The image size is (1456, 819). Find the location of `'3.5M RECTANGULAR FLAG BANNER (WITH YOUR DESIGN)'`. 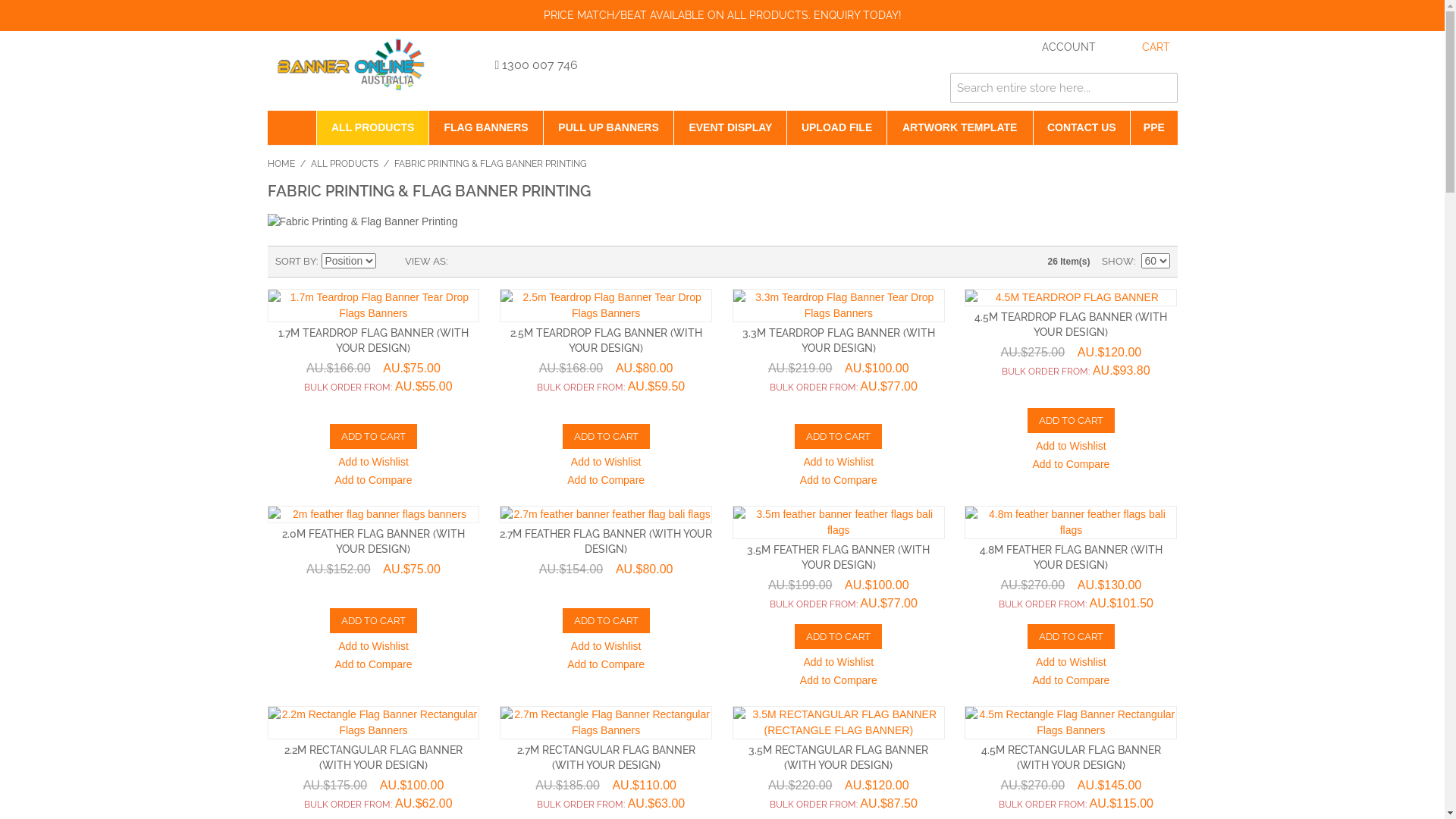

'3.5M RECTANGULAR FLAG BANNER (WITH YOUR DESIGN)' is located at coordinates (837, 758).